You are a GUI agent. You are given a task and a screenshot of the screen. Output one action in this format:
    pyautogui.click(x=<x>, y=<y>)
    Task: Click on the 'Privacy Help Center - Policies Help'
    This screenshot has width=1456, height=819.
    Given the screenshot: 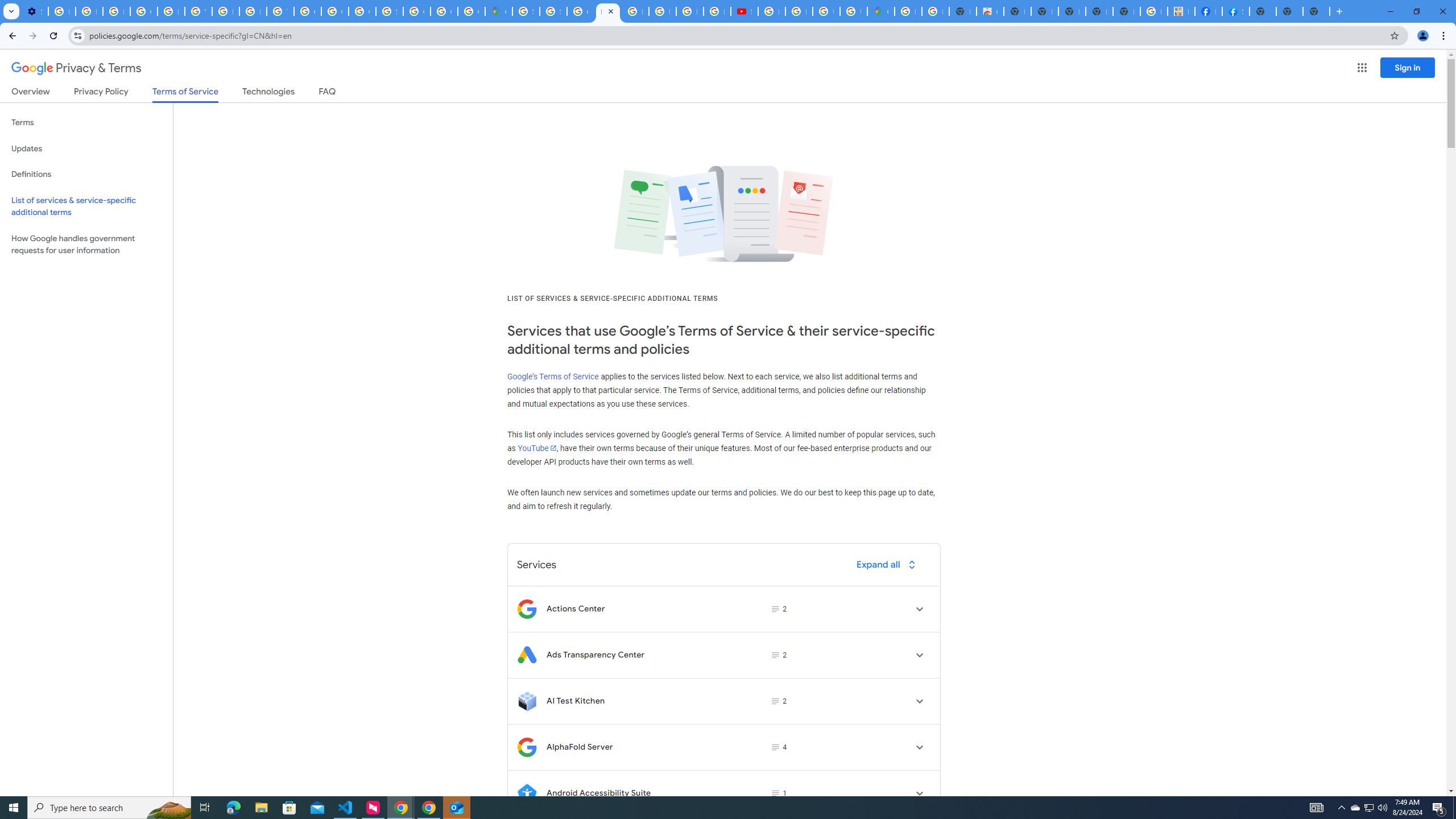 What is the action you would take?
    pyautogui.click(x=170, y=11)
    